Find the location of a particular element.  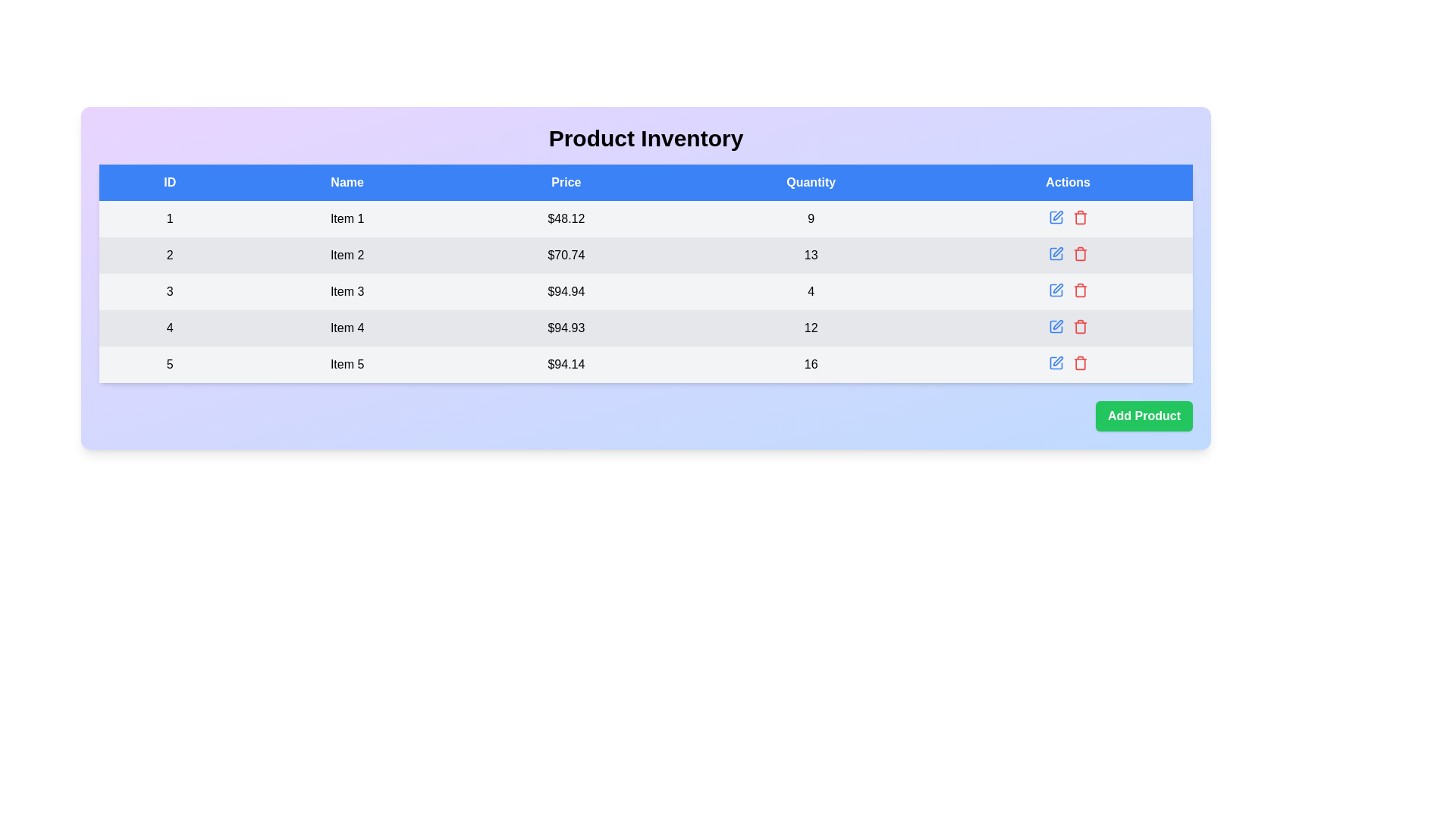

the static text element representing the ID number for 'Item 5' in the last row of the table is located at coordinates (170, 365).